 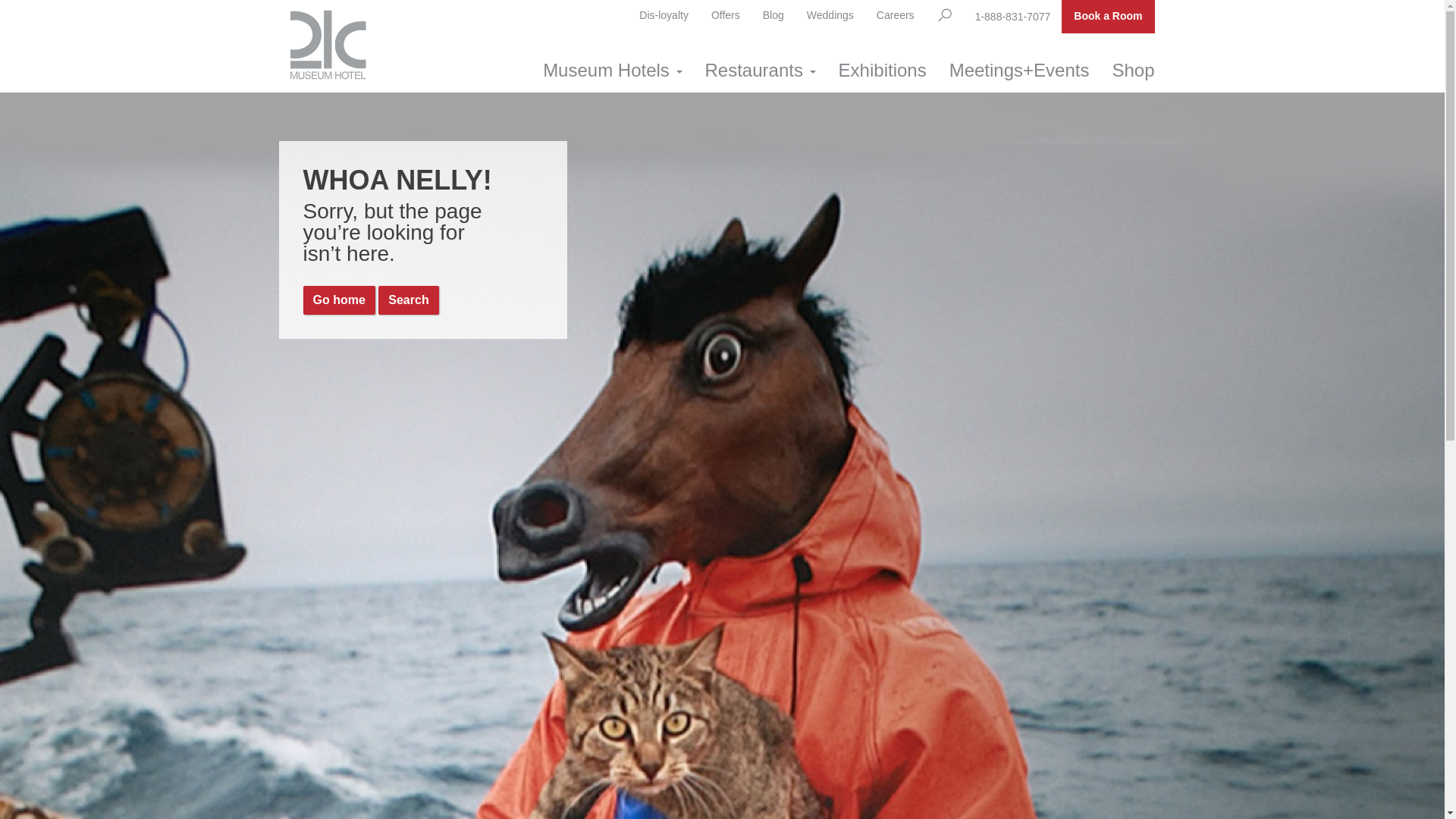 I want to click on 'Exhibitions', so click(x=882, y=70).